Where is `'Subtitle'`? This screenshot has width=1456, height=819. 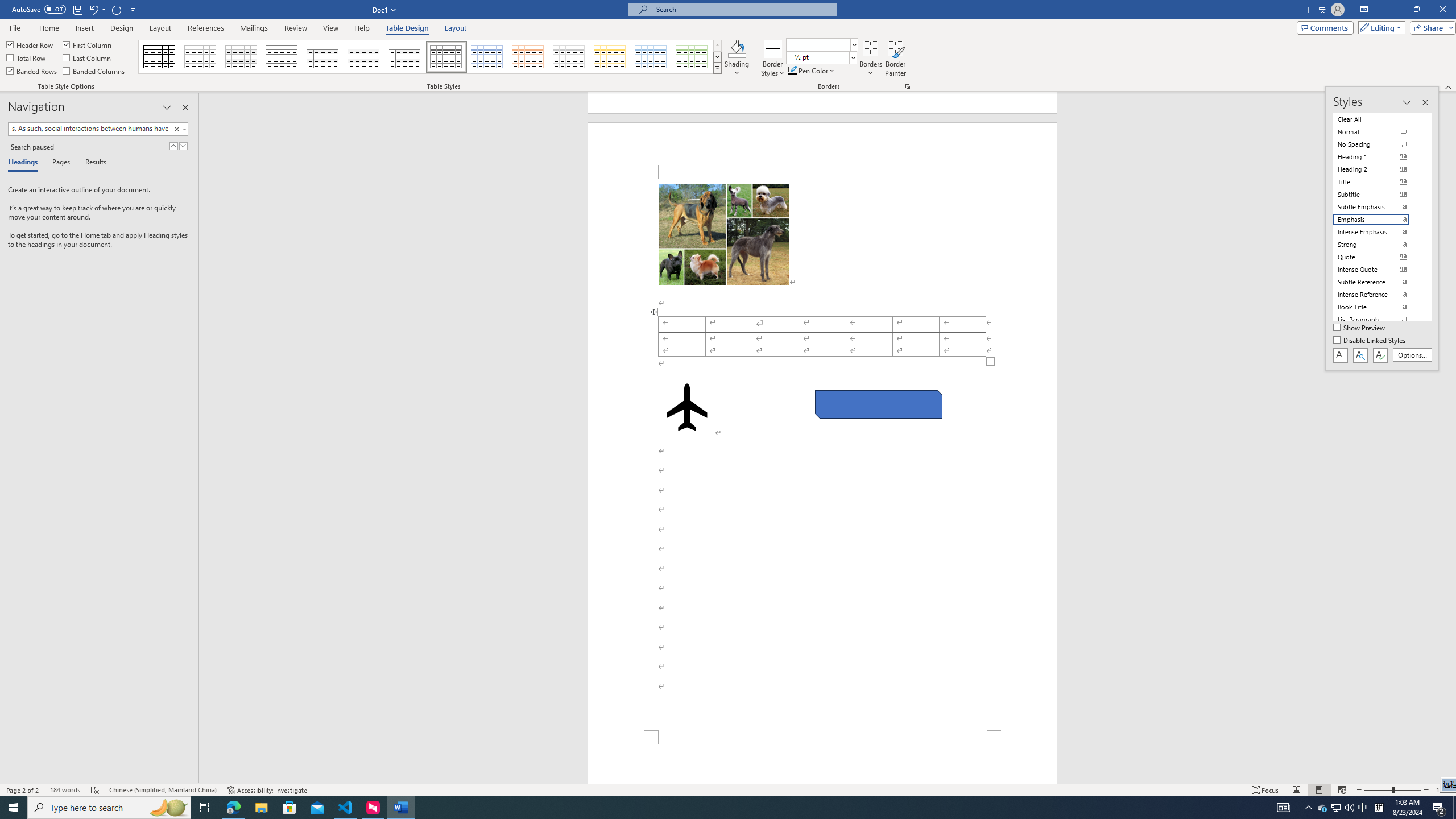
'Subtitle' is located at coordinates (1378, 194).